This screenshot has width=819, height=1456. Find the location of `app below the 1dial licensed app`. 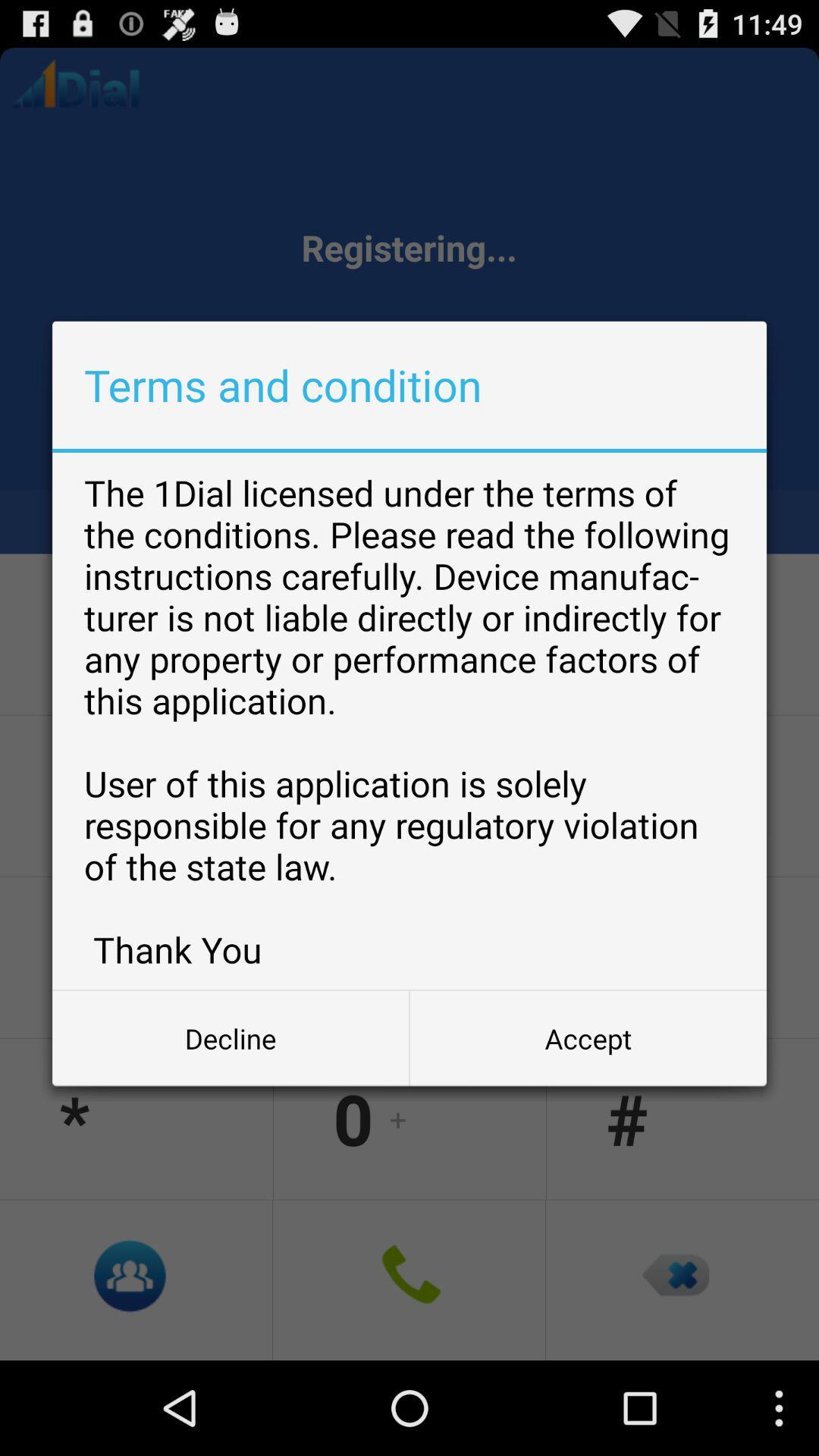

app below the 1dial licensed app is located at coordinates (231, 1037).